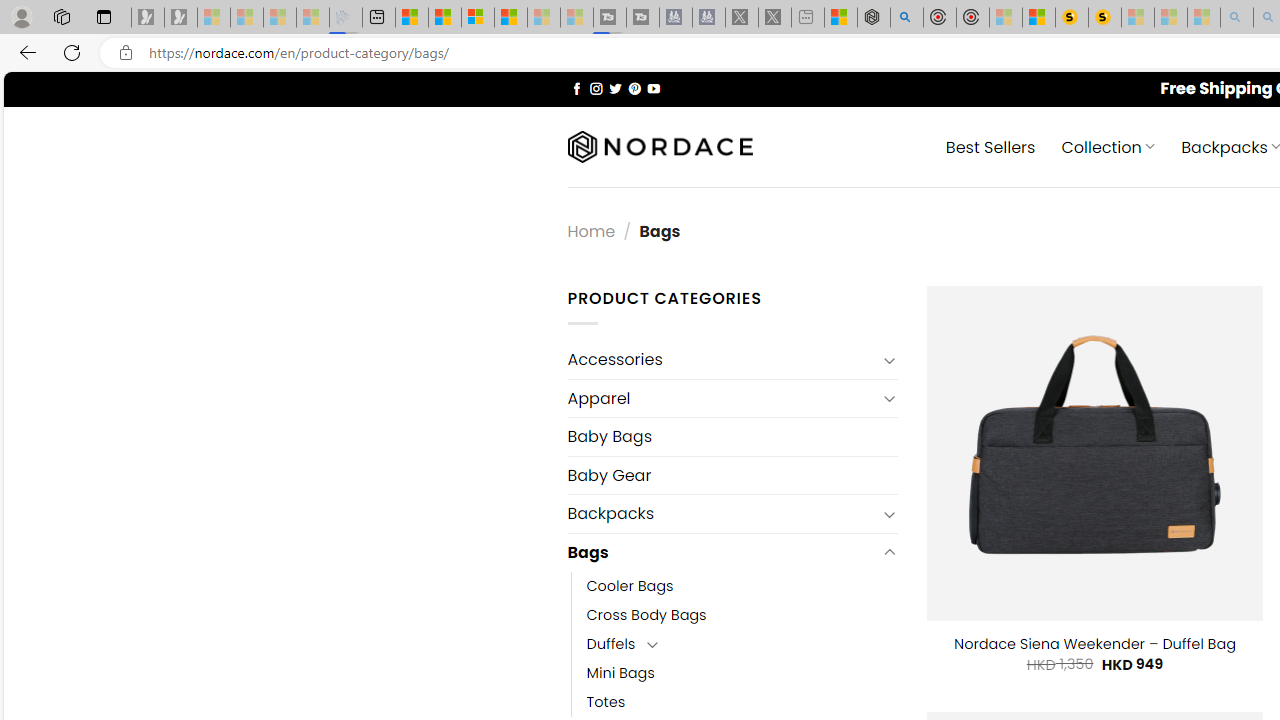  What do you see at coordinates (720, 398) in the screenshot?
I see `'Apparel'` at bounding box center [720, 398].